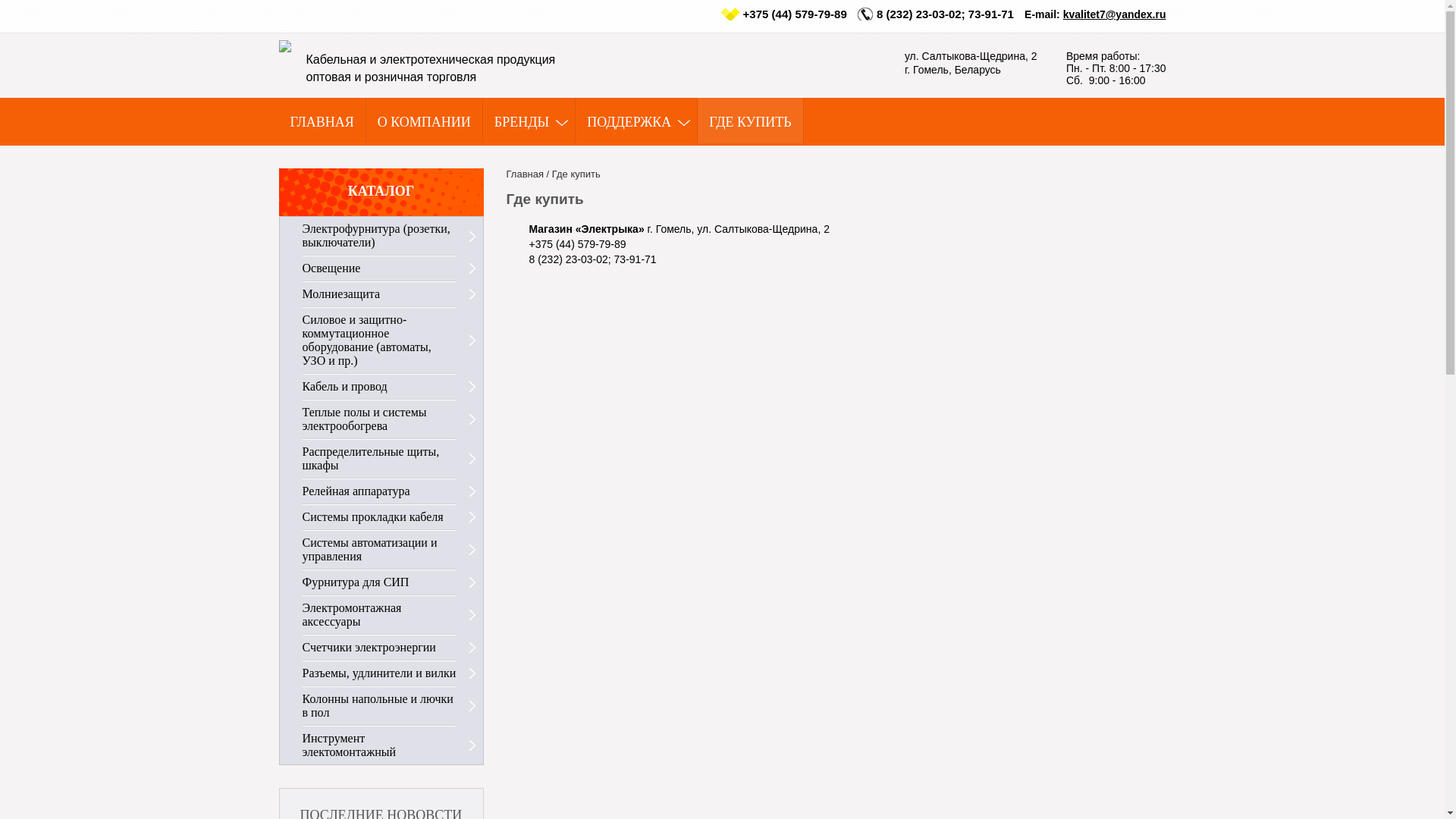 This screenshot has height=819, width=1456. Describe the element at coordinates (1062, 14) in the screenshot. I see `'kvalitet7@yandex.ru'` at that location.